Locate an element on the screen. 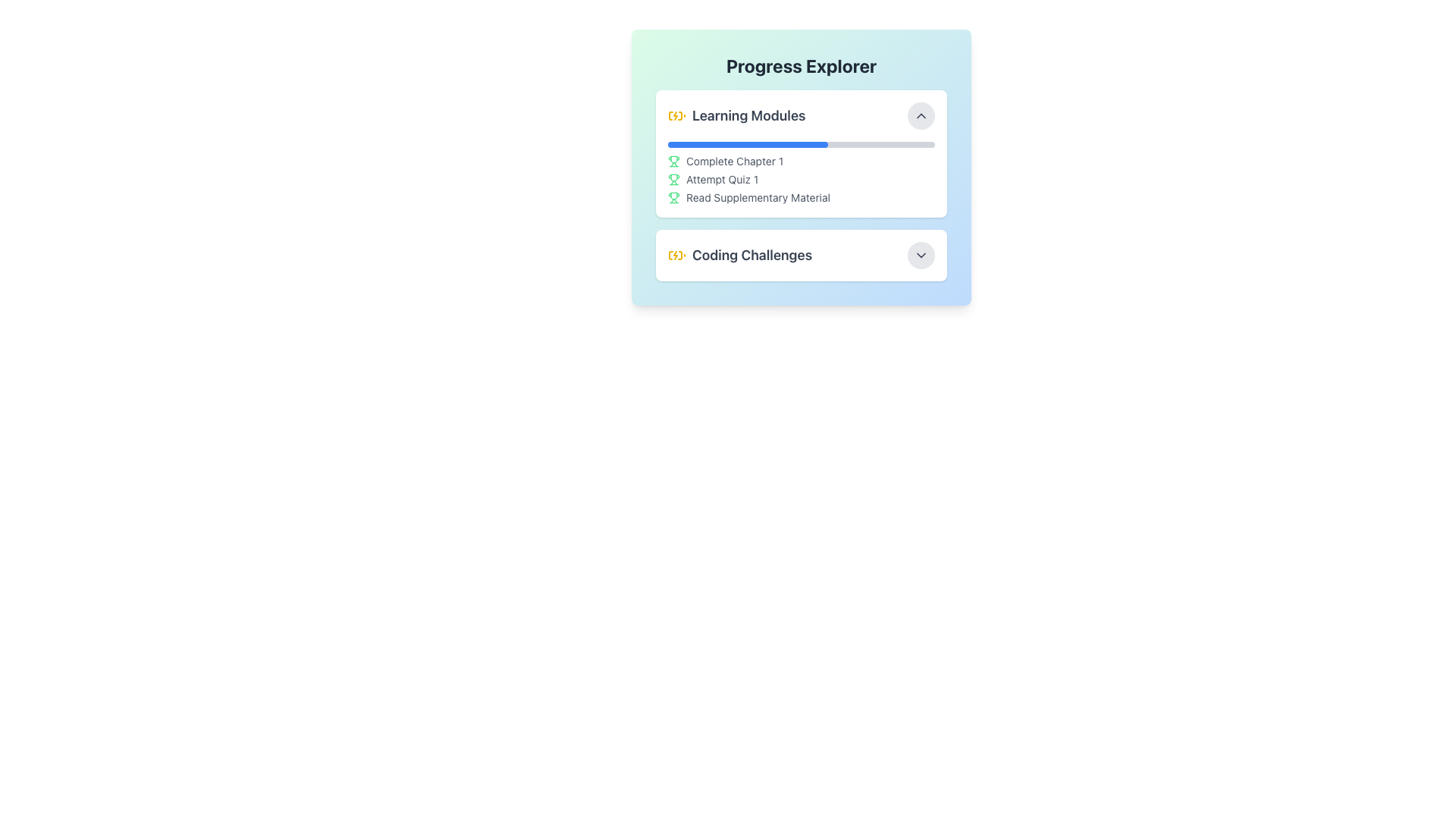  the 'Coding Challenges' icon is located at coordinates (676, 254).